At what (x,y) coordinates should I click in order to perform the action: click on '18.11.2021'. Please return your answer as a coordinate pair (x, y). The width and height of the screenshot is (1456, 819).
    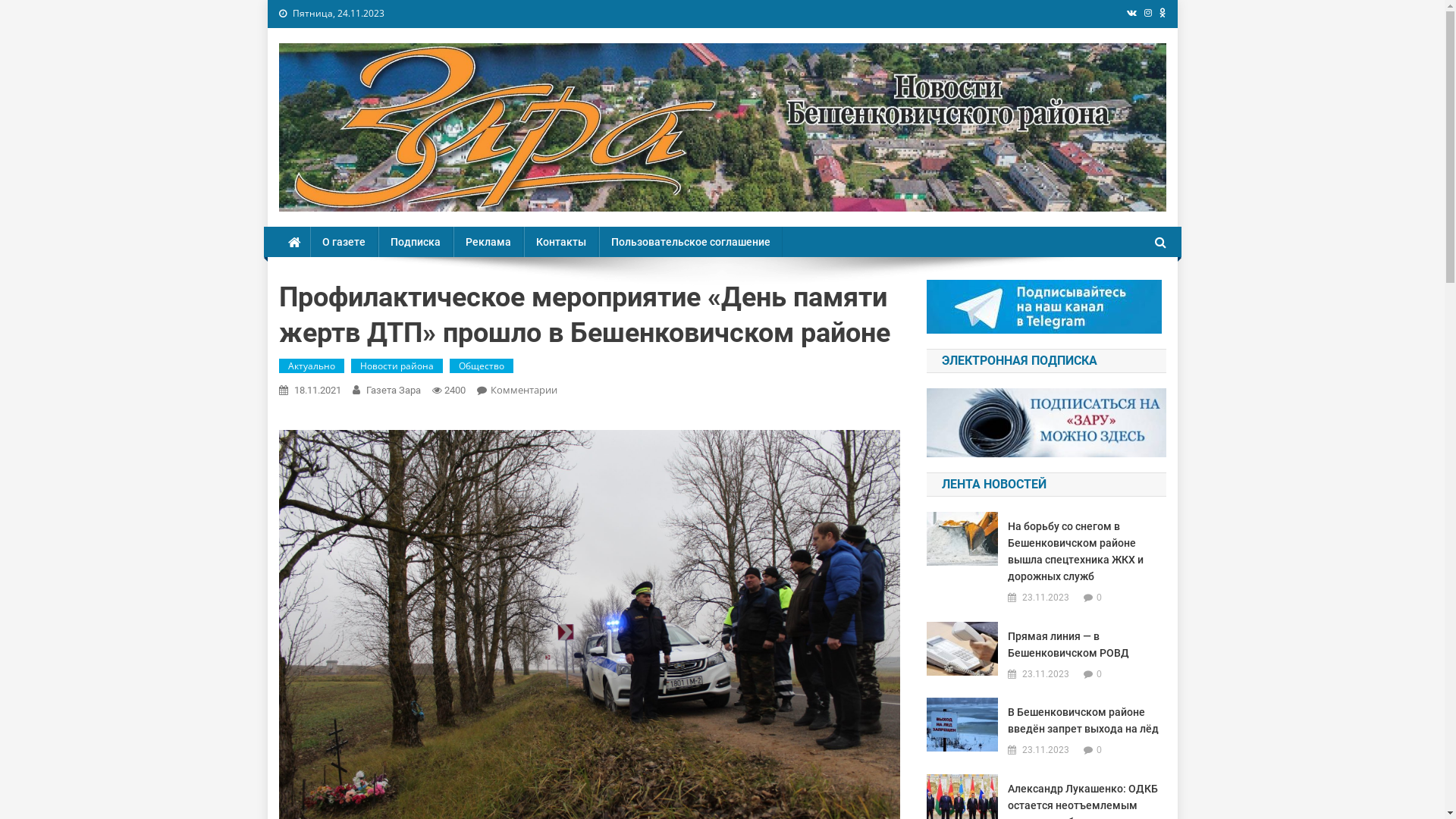
    Looking at the image, I should click on (316, 389).